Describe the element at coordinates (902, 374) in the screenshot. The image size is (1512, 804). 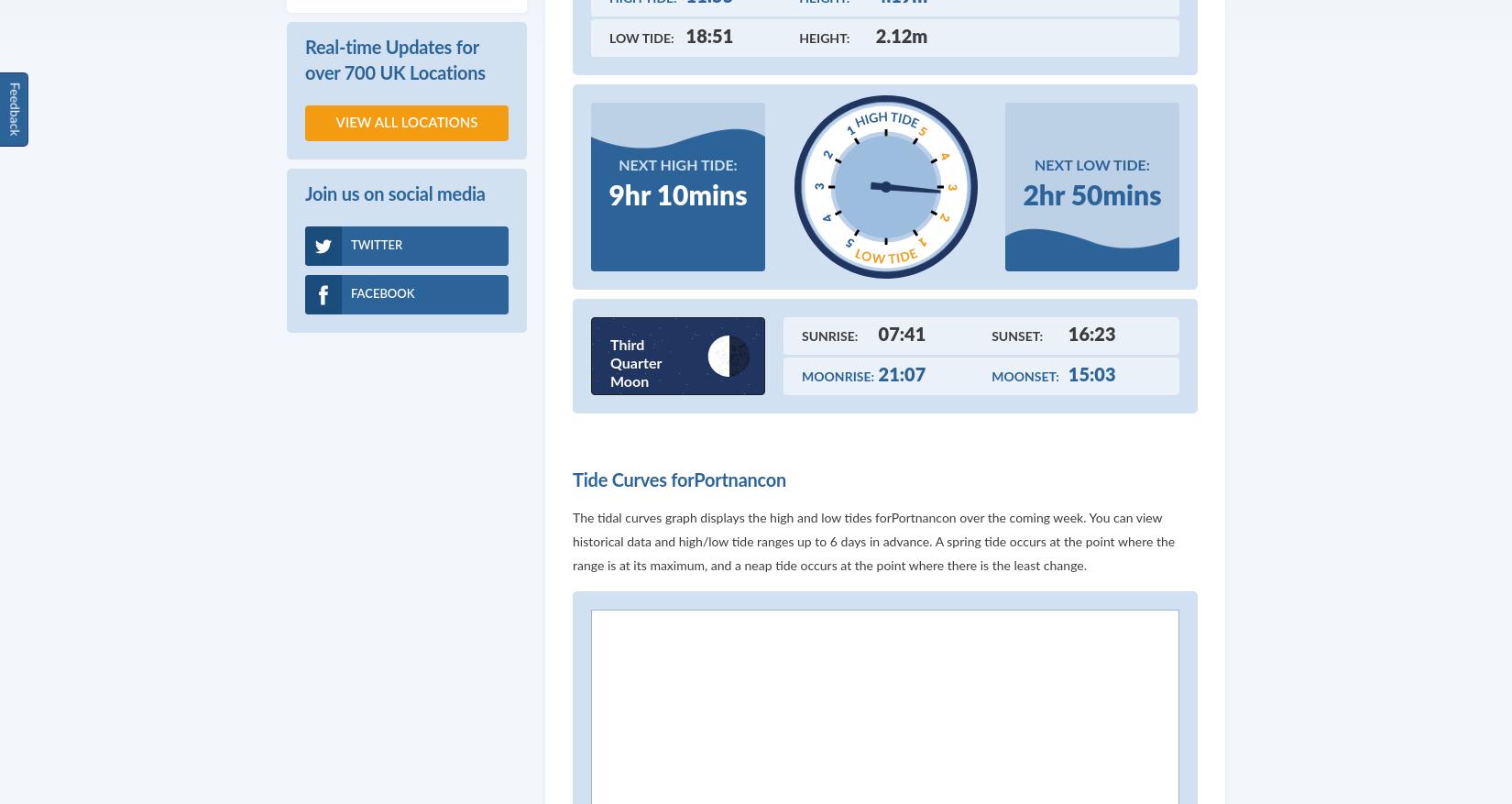
I see `'21:07'` at that location.